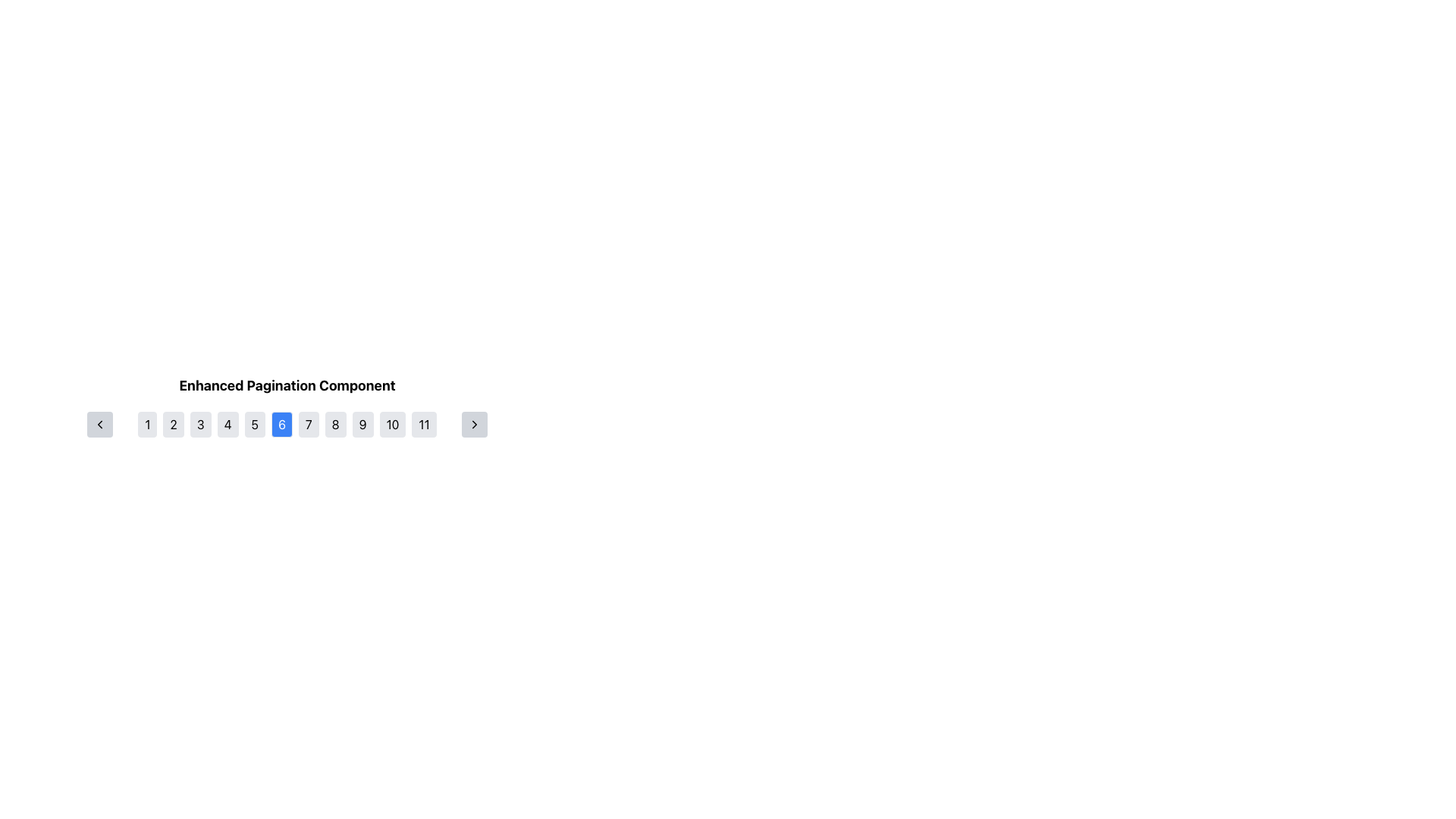  Describe the element at coordinates (99, 424) in the screenshot. I see `the square button with a light gray background and a left-pointing arrow icon located at the leftmost side of the pagination bar` at that location.